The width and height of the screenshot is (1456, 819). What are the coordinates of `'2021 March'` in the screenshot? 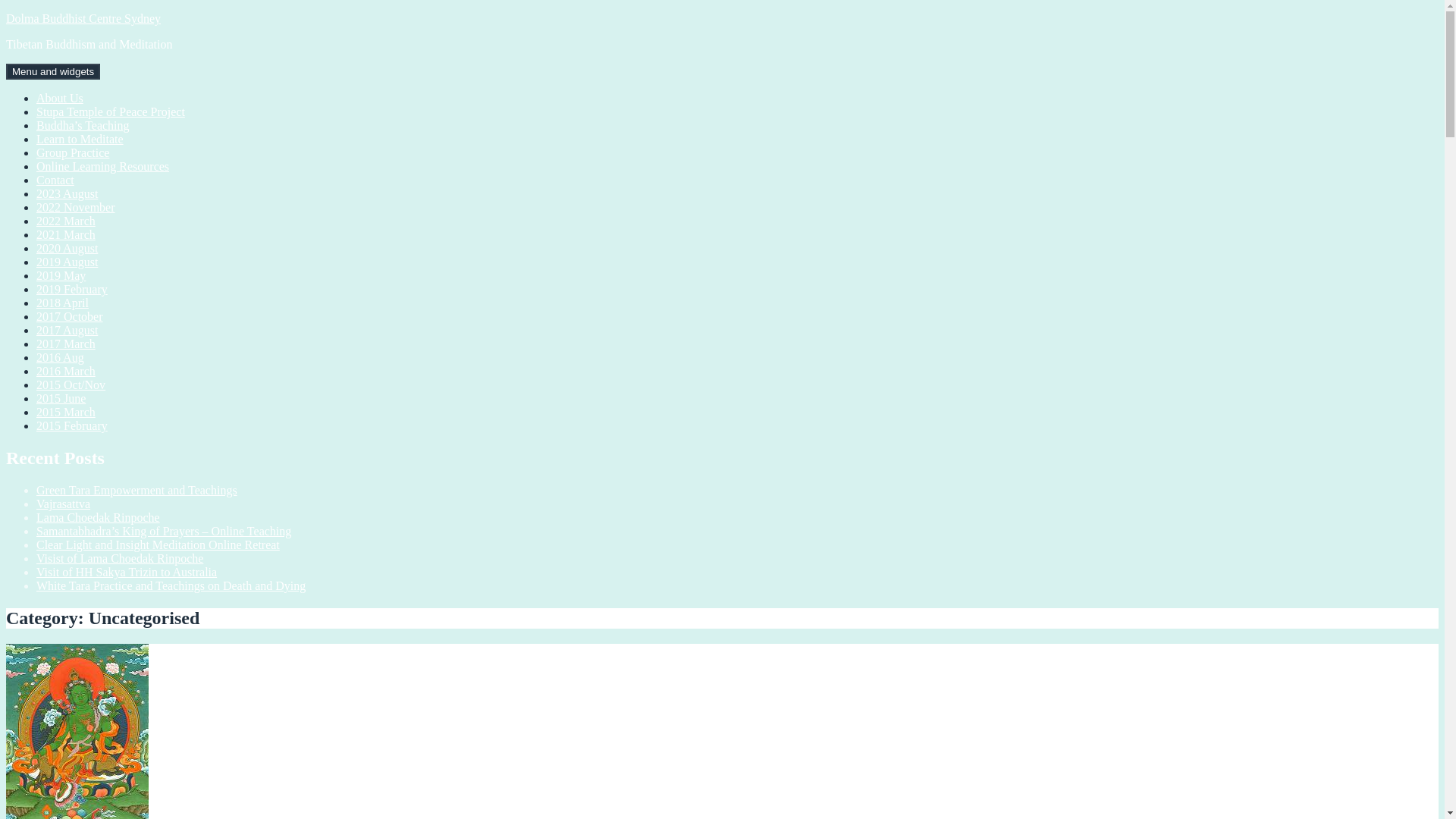 It's located at (36, 234).